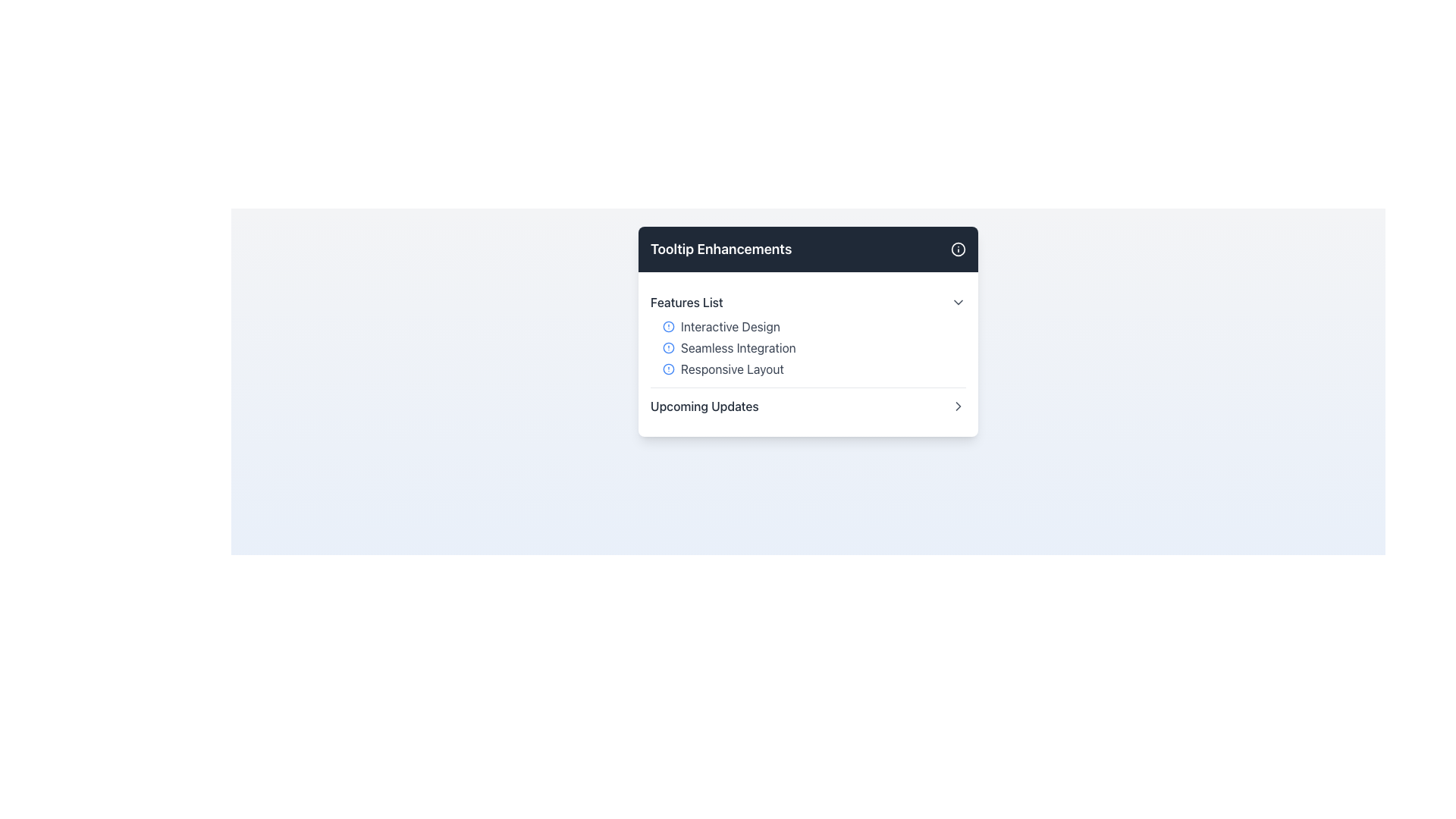 Image resolution: width=1456 pixels, height=819 pixels. What do you see at coordinates (704, 406) in the screenshot?
I see `the 'Upcoming Updates' text label located in the second-to-last row of the dropdown panel` at bounding box center [704, 406].